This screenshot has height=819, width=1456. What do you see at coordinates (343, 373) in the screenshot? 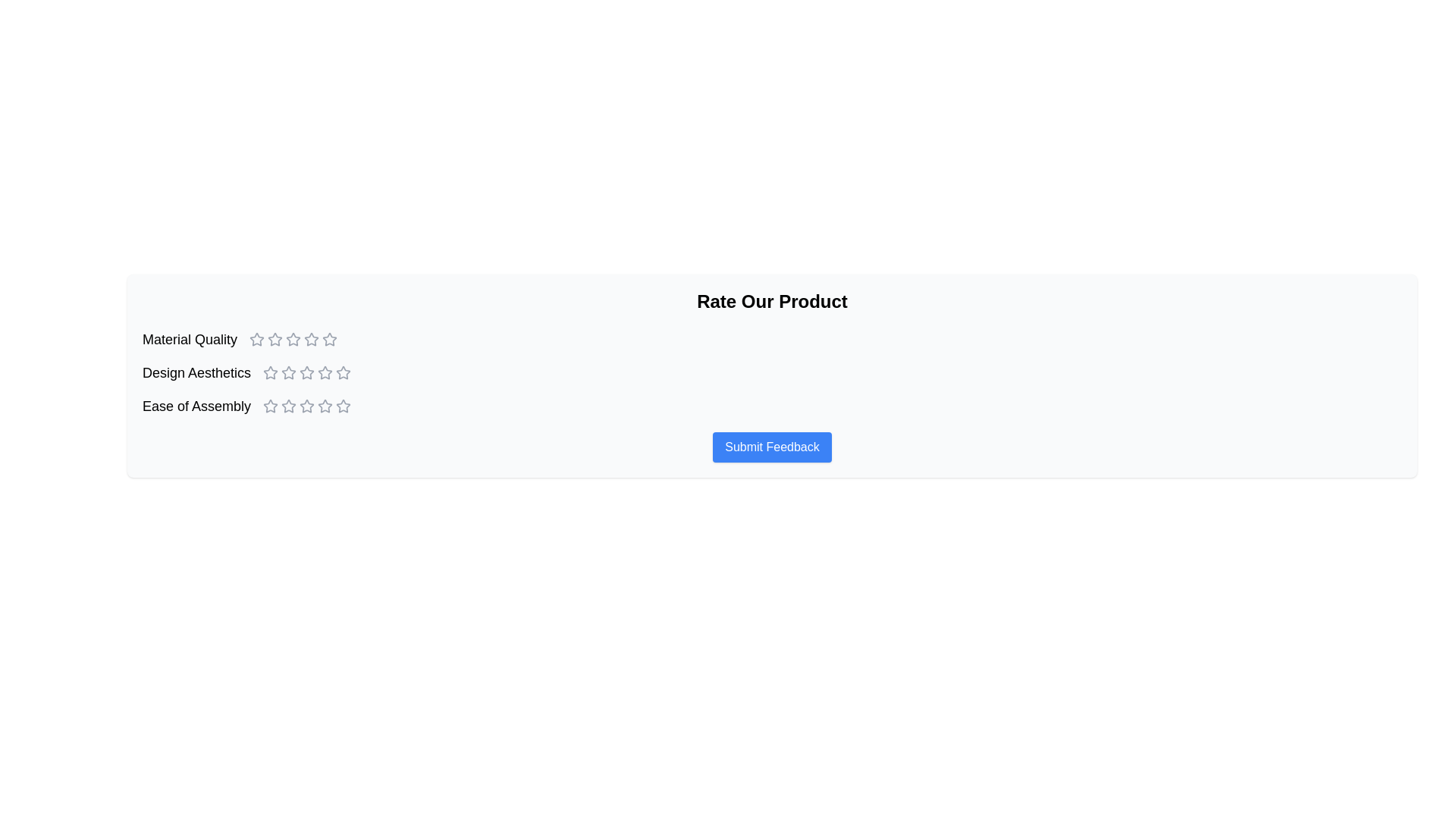
I see `the fifth star icon in the 'Design Aesthetics' rating category` at bounding box center [343, 373].